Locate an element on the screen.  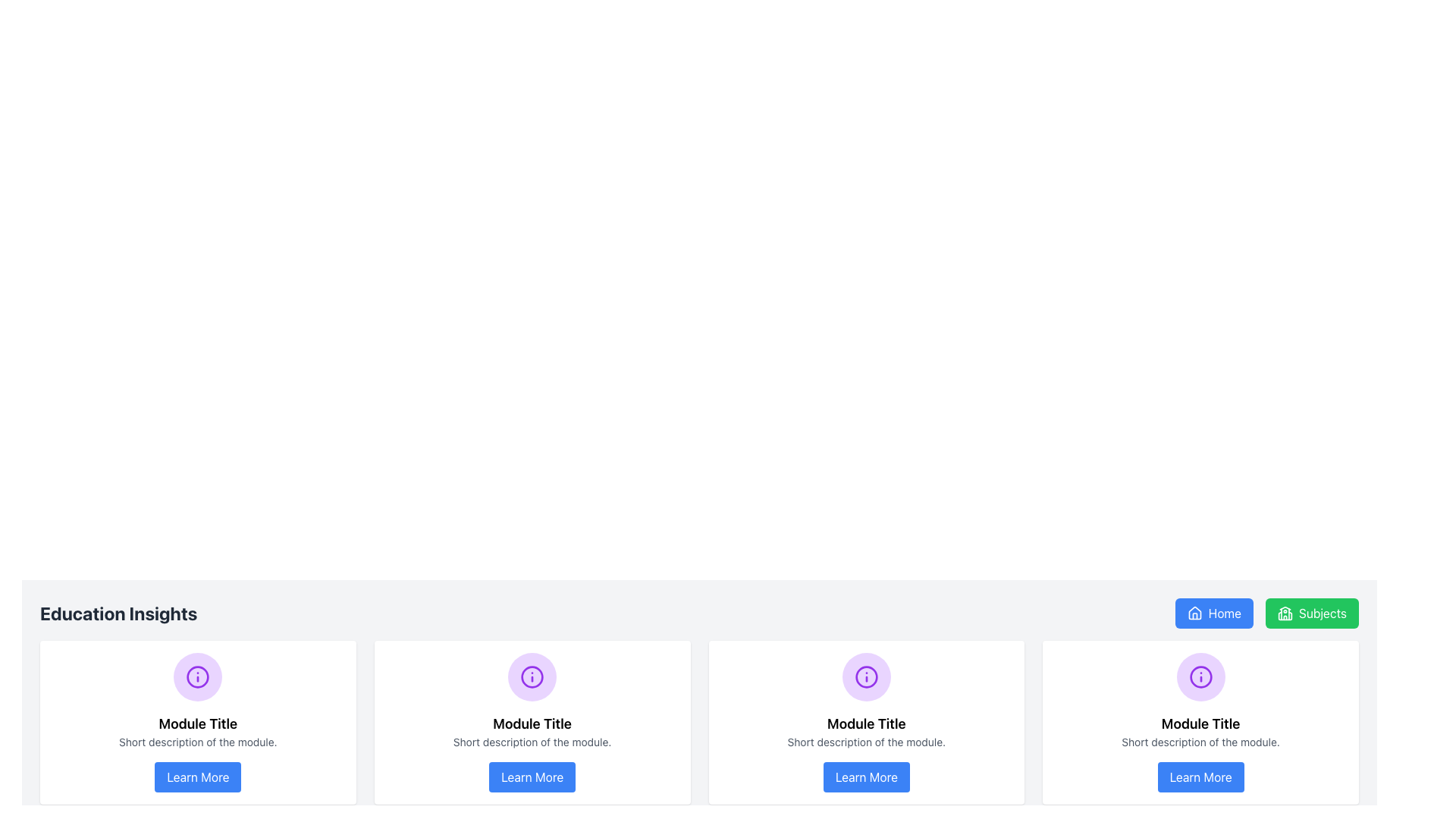
the button located at the bottom center of the third module in a horizontal list is located at coordinates (197, 777).